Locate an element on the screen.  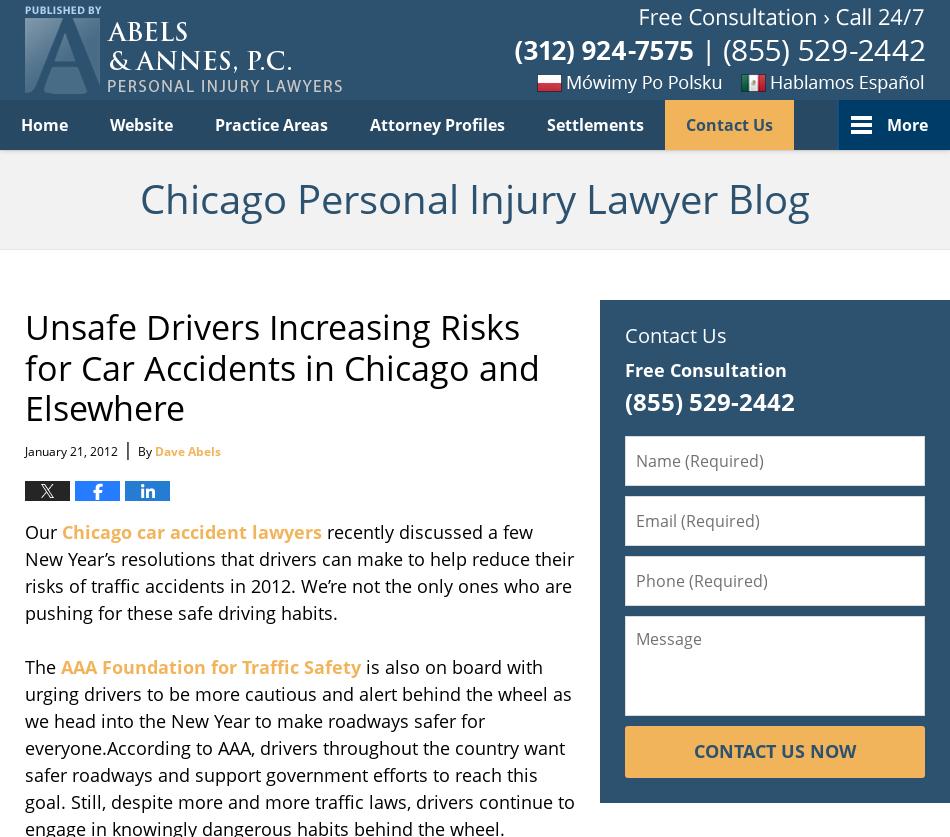
'Website' is located at coordinates (141, 124).